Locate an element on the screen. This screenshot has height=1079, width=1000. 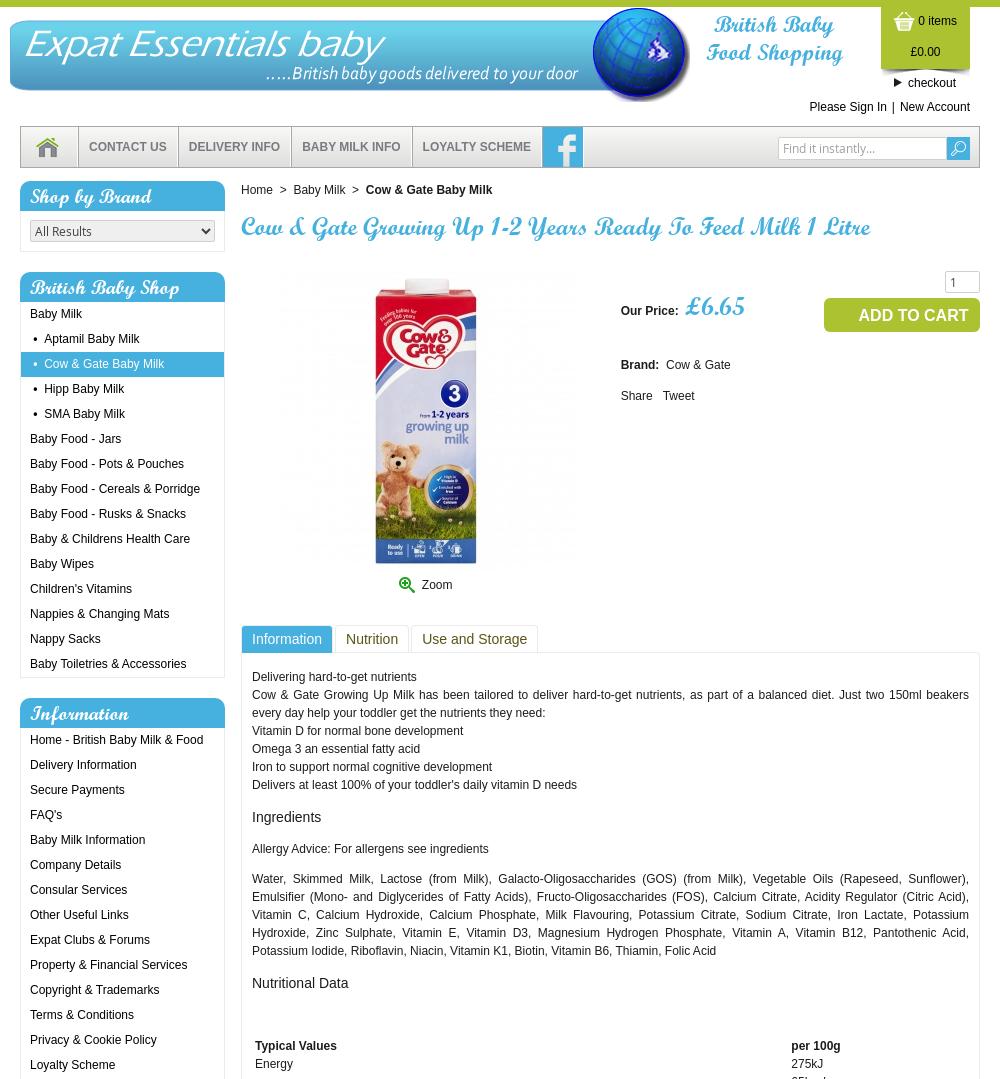
'Use and Storage' is located at coordinates (473, 637).